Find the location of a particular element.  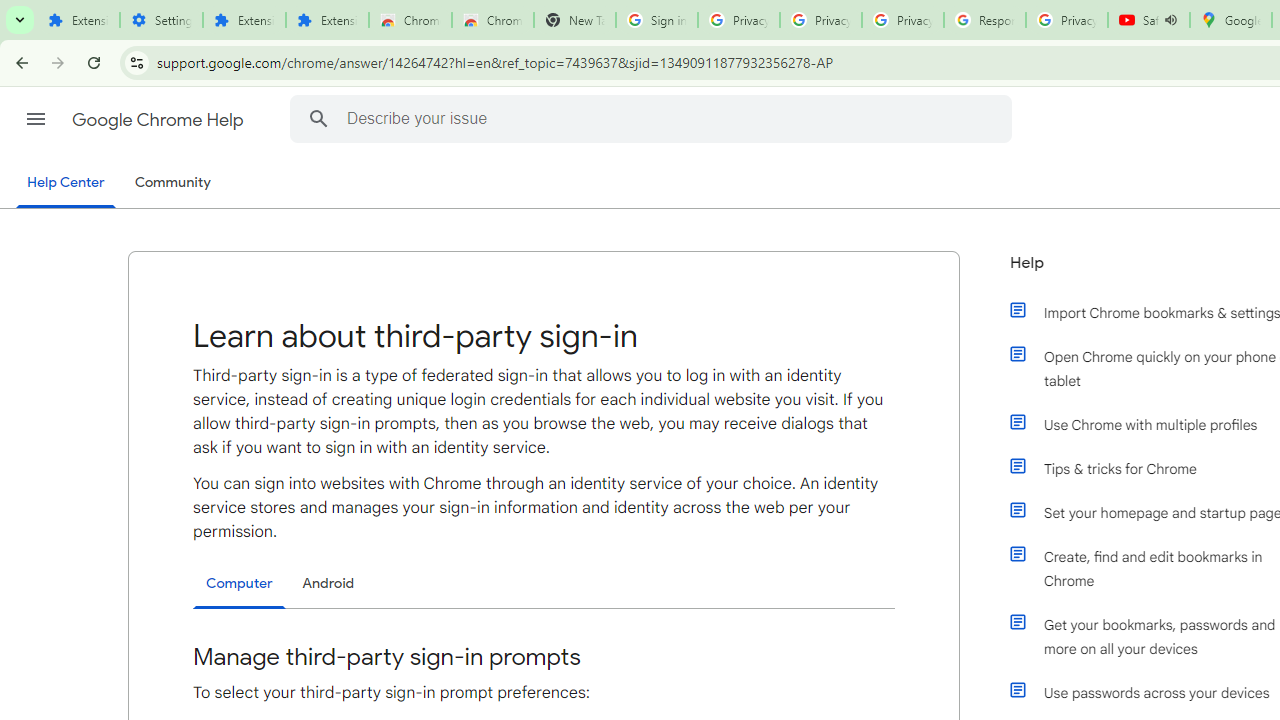

'Android' is located at coordinates (328, 583).